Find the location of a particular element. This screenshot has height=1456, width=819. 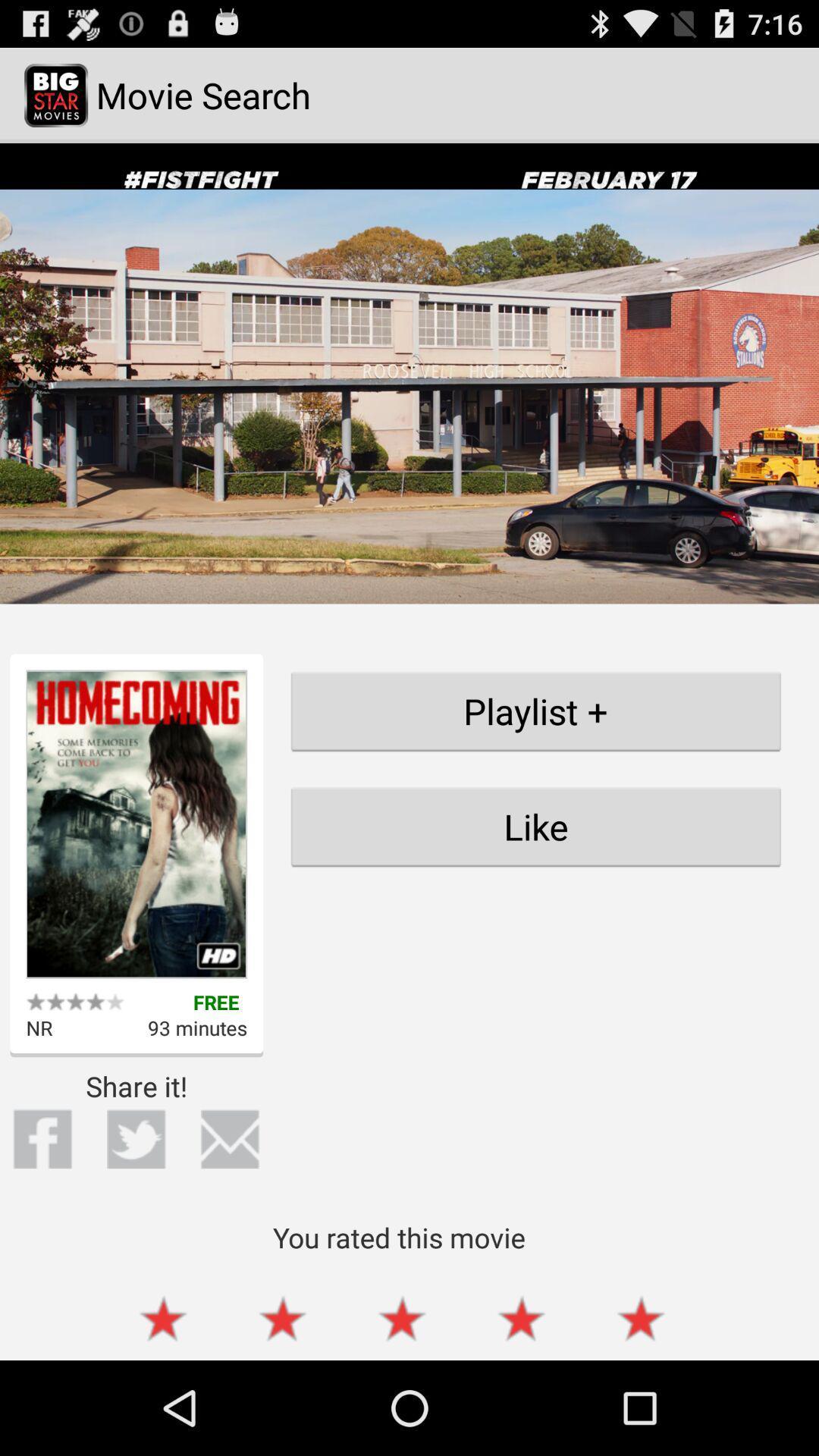

the twitter icon is located at coordinates (136, 1219).